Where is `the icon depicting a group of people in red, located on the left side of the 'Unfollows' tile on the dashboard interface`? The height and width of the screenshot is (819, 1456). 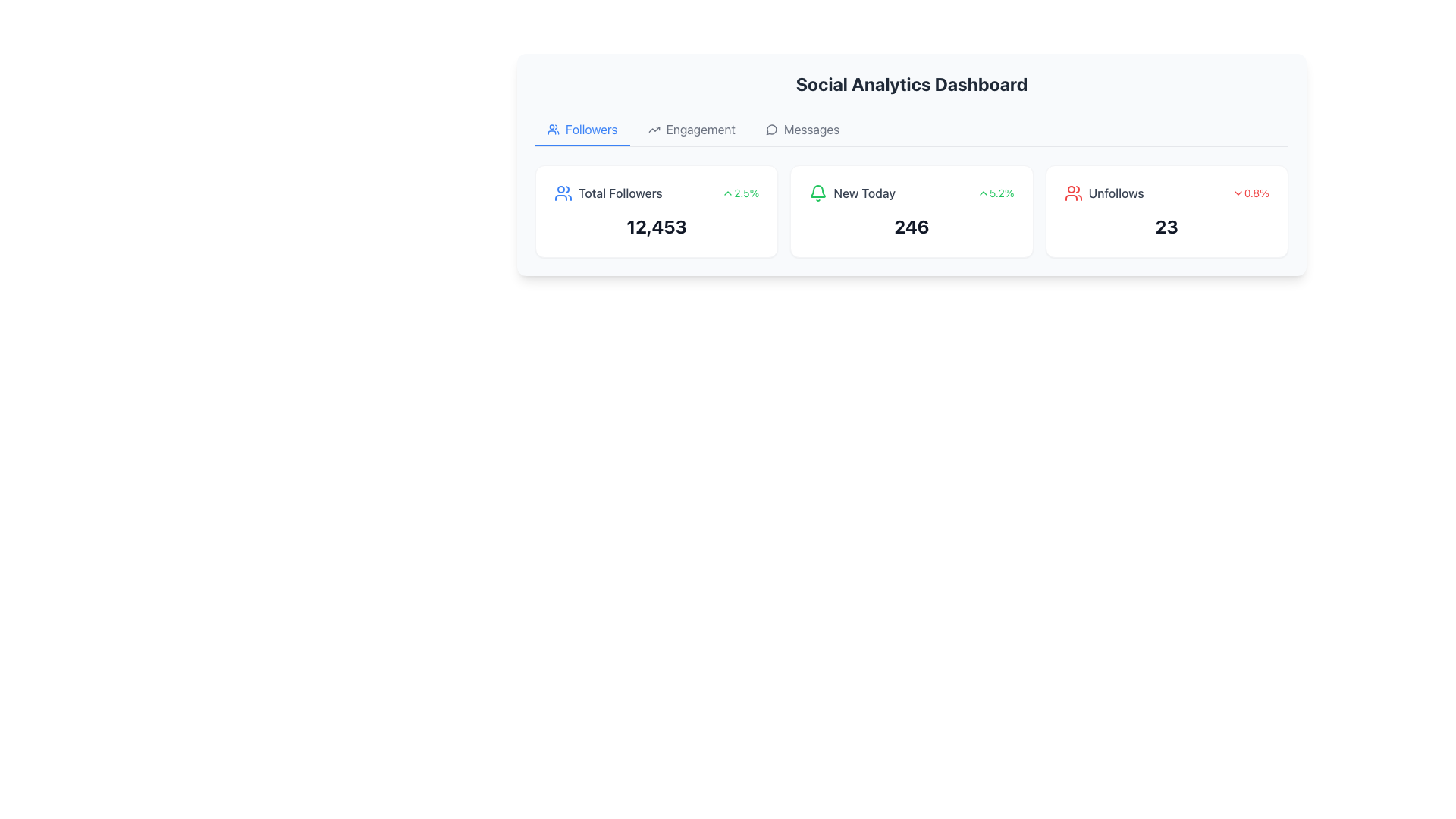
the icon depicting a group of people in red, located on the left side of the 'Unfollows' tile on the dashboard interface is located at coordinates (1072, 192).